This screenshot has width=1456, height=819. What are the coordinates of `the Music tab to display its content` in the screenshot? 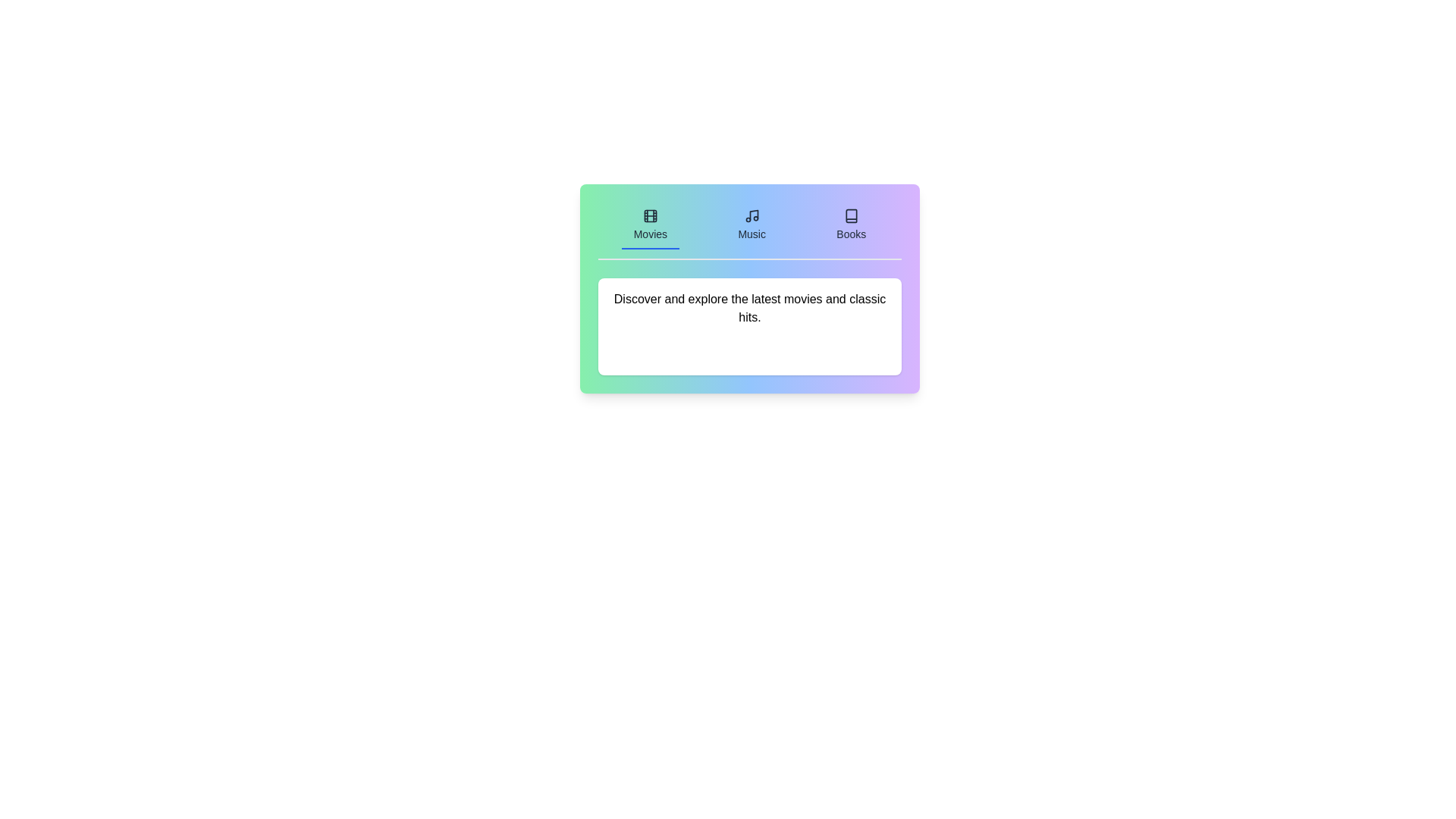 It's located at (752, 225).